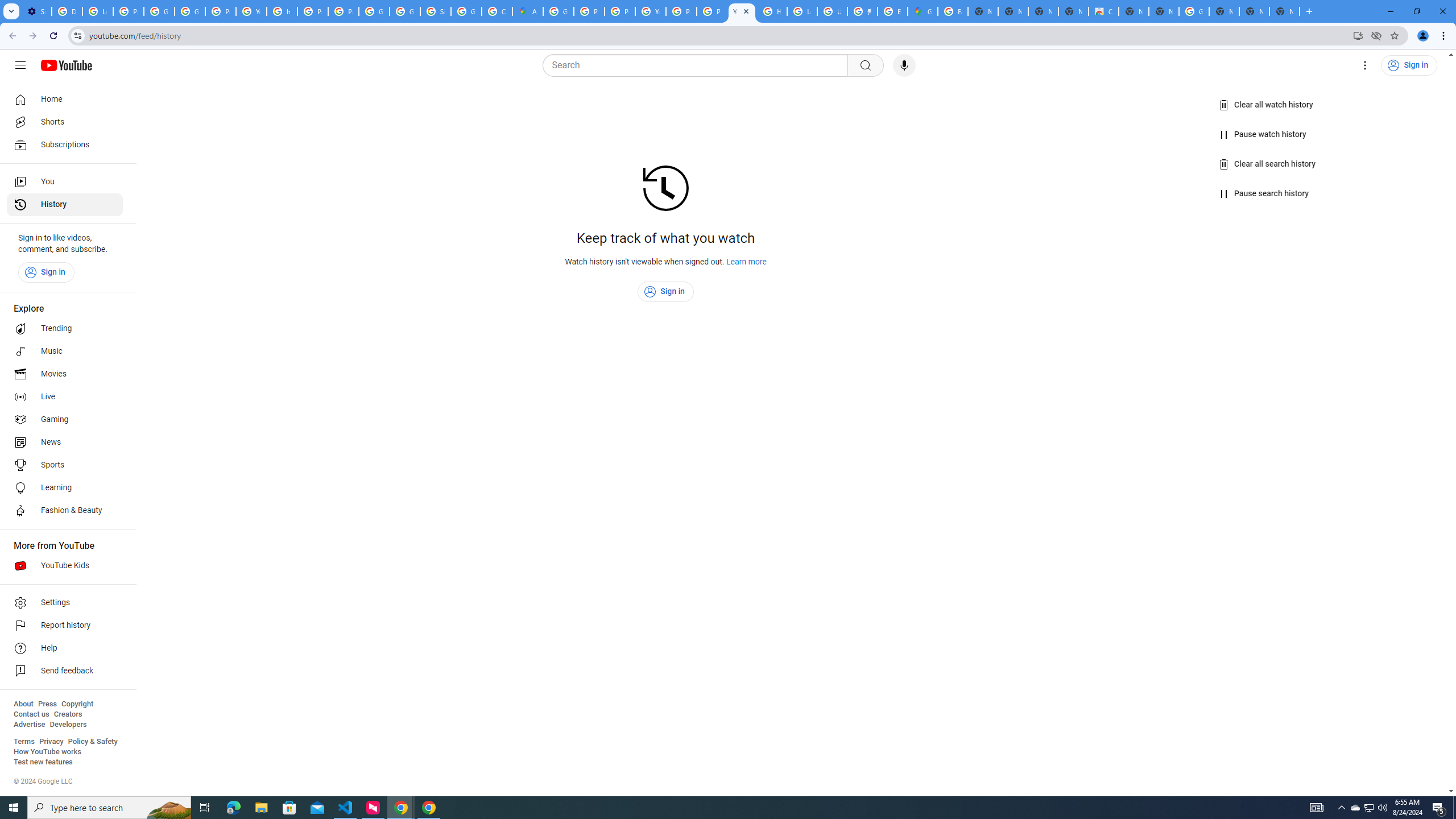  I want to click on 'Live', so click(64, 396).